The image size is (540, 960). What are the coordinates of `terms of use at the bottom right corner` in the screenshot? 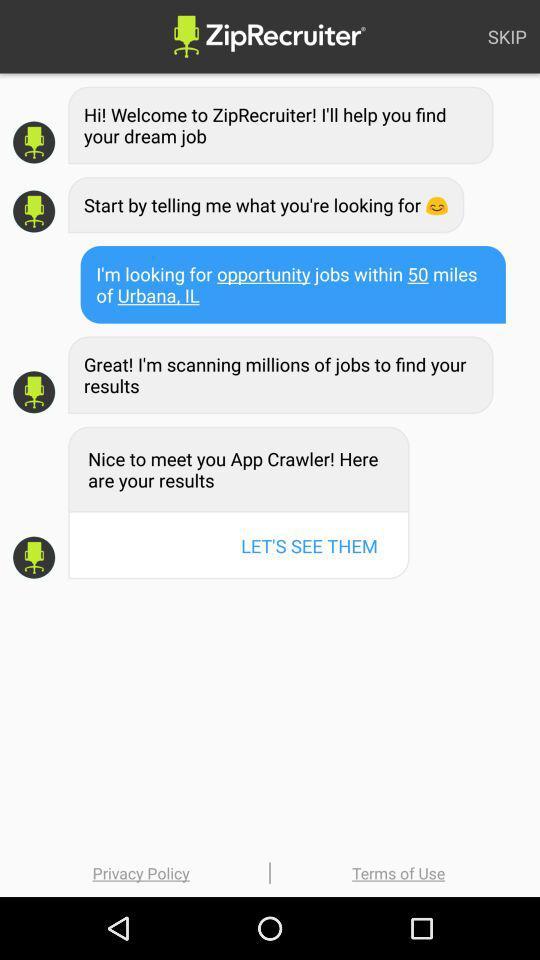 It's located at (398, 872).